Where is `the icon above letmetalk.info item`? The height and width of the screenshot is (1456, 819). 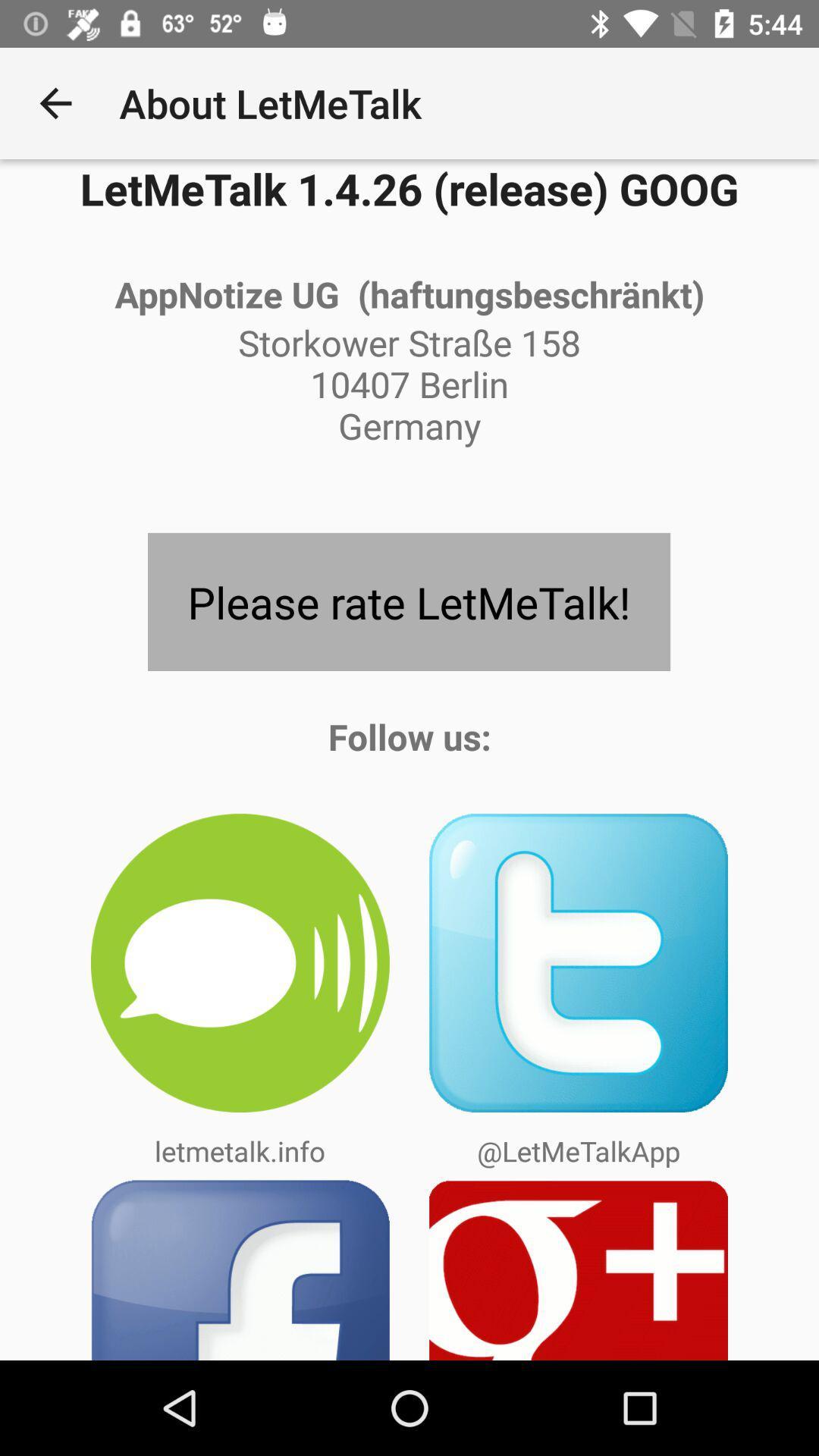
the icon above letmetalk.info item is located at coordinates (239, 962).